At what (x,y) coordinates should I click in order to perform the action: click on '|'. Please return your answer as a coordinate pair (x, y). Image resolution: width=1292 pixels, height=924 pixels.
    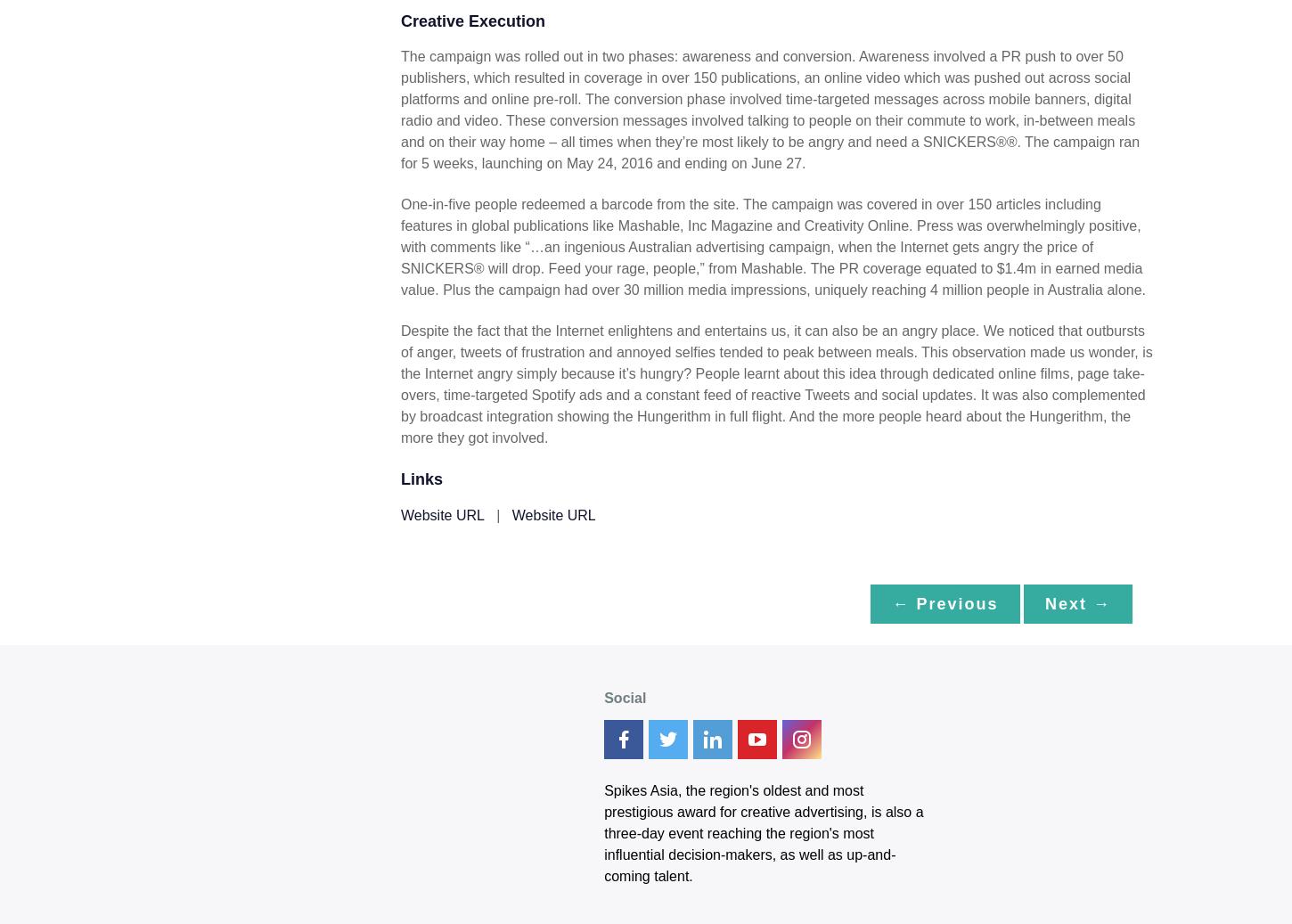
    Looking at the image, I should click on (497, 514).